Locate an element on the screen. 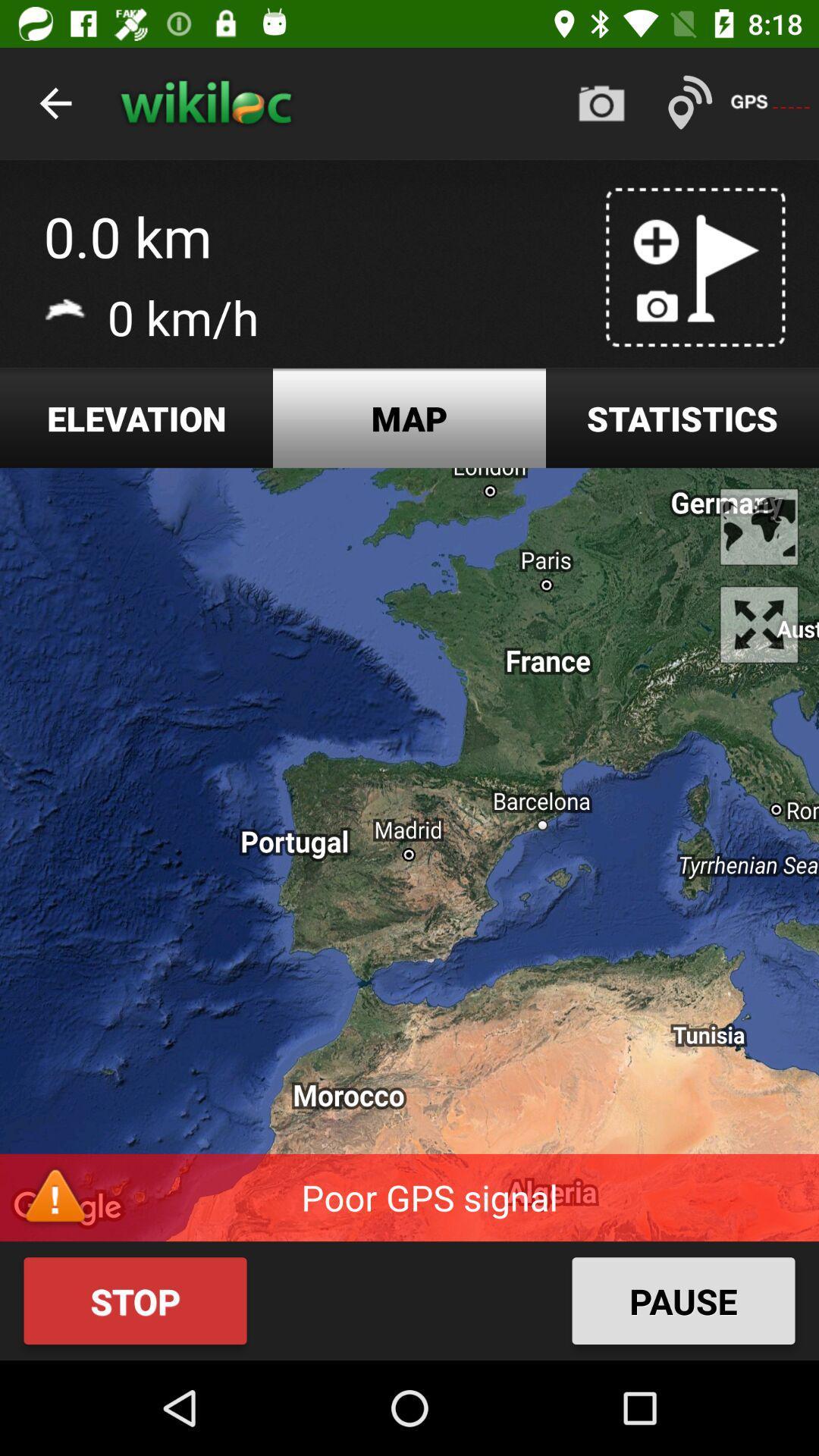 This screenshot has height=1456, width=819. the icon at the bottom right corner is located at coordinates (683, 1300).